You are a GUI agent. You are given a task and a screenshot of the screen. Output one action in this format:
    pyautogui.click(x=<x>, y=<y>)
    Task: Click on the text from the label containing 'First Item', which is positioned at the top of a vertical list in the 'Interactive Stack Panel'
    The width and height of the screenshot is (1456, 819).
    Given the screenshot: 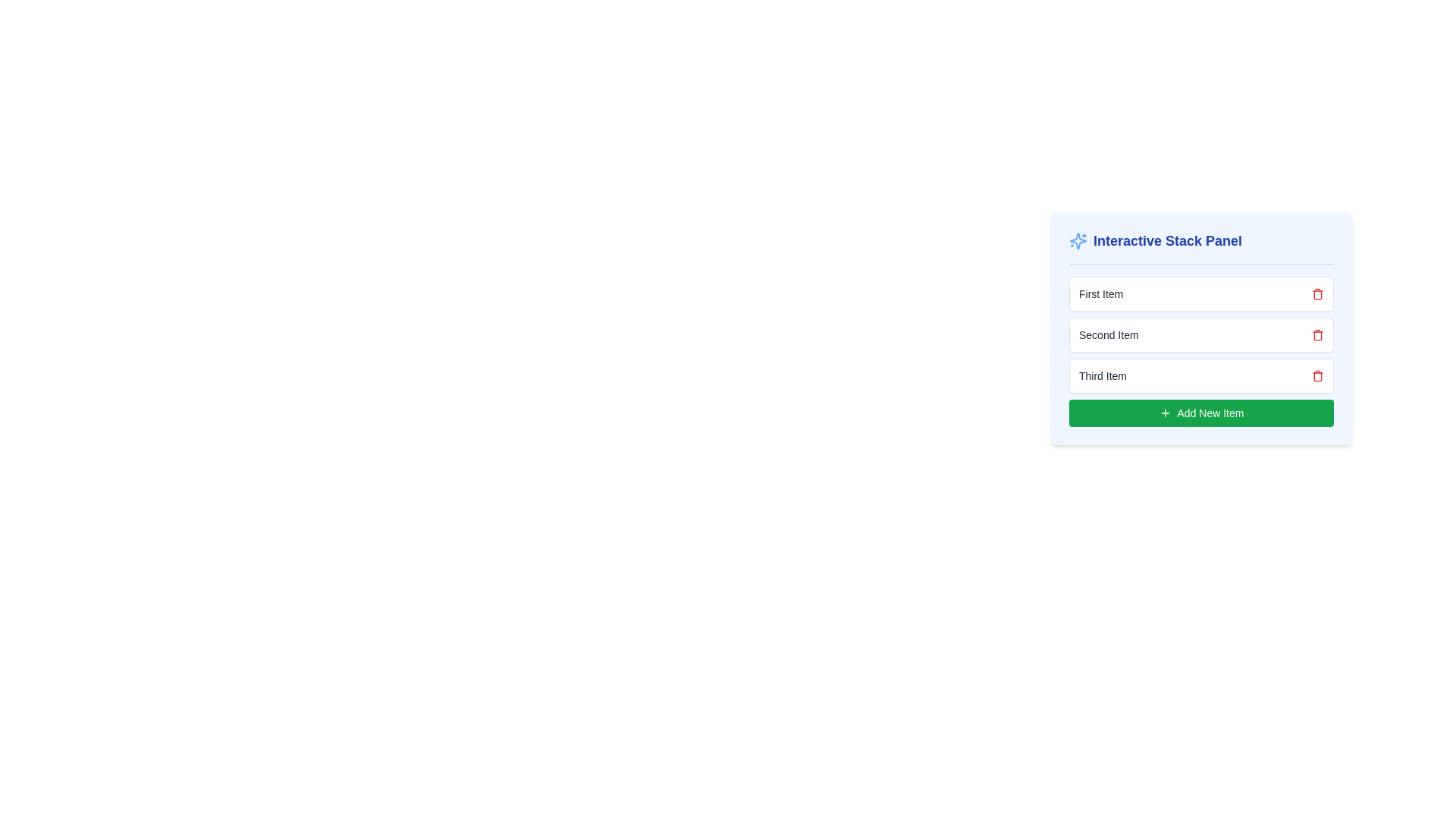 What is the action you would take?
    pyautogui.click(x=1101, y=294)
    